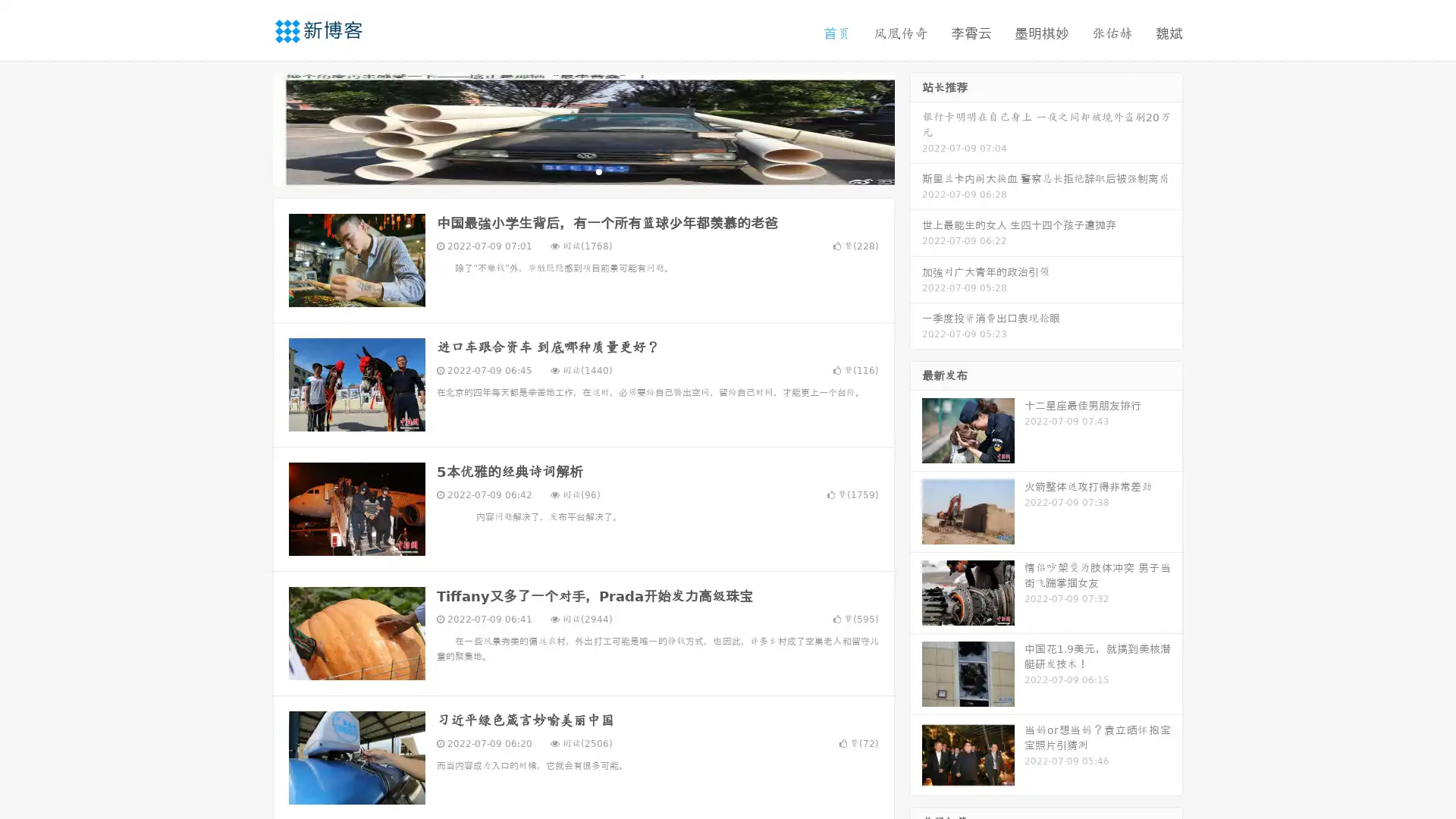 The image size is (1456, 819). I want to click on Go to slide 2, so click(582, 171).